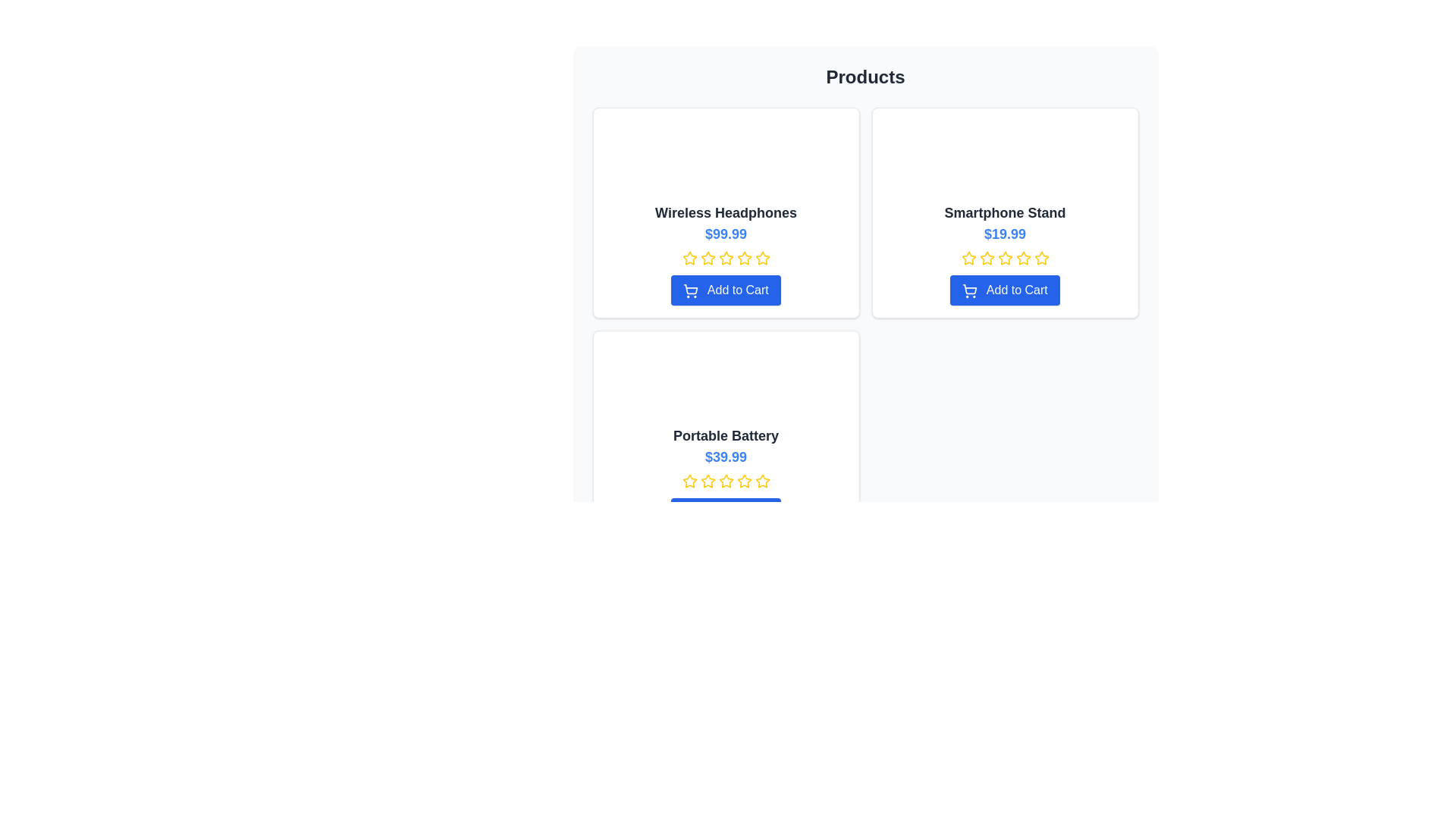 This screenshot has height=819, width=1456. I want to click on the first star icon in the row of five stars under the 'Smartphone Stand' product card, so click(967, 256).